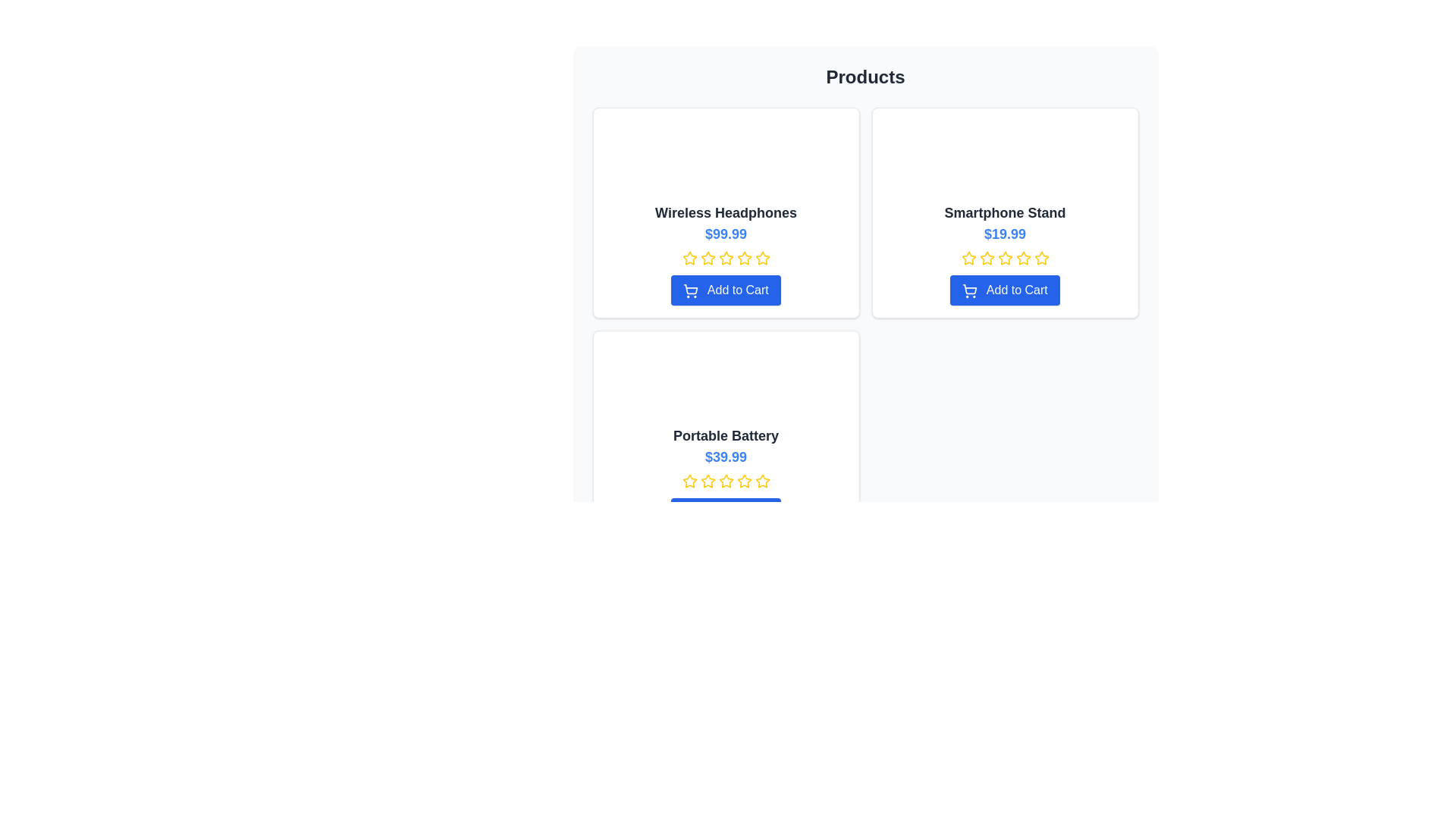 This screenshot has height=819, width=1456. I want to click on the first star icon in the row of five stars under the 'Smartphone Stand' product card, so click(967, 256).